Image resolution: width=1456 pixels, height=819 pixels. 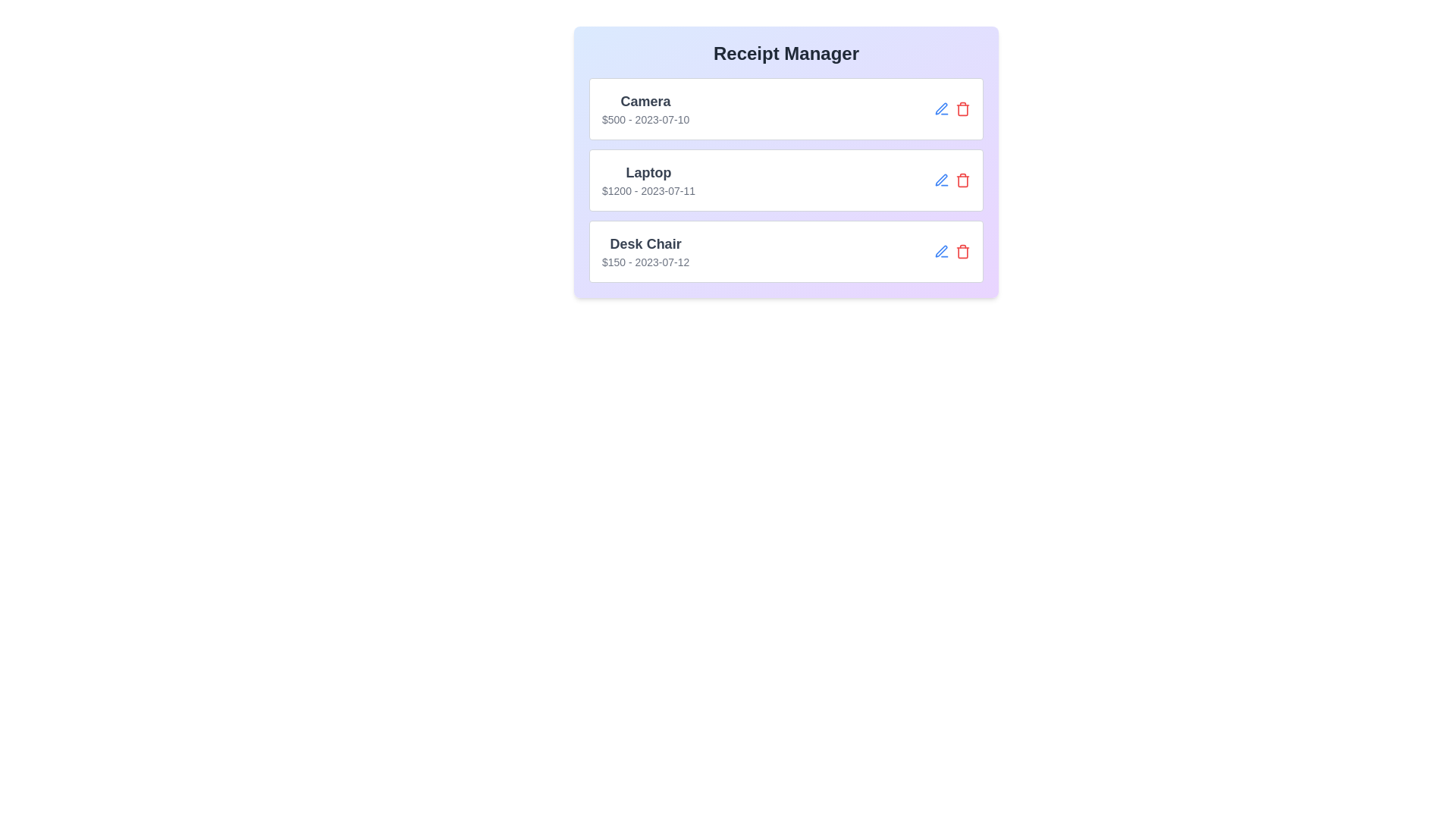 What do you see at coordinates (941, 180) in the screenshot?
I see `the edit button for the receipt entry corresponding to Laptop` at bounding box center [941, 180].